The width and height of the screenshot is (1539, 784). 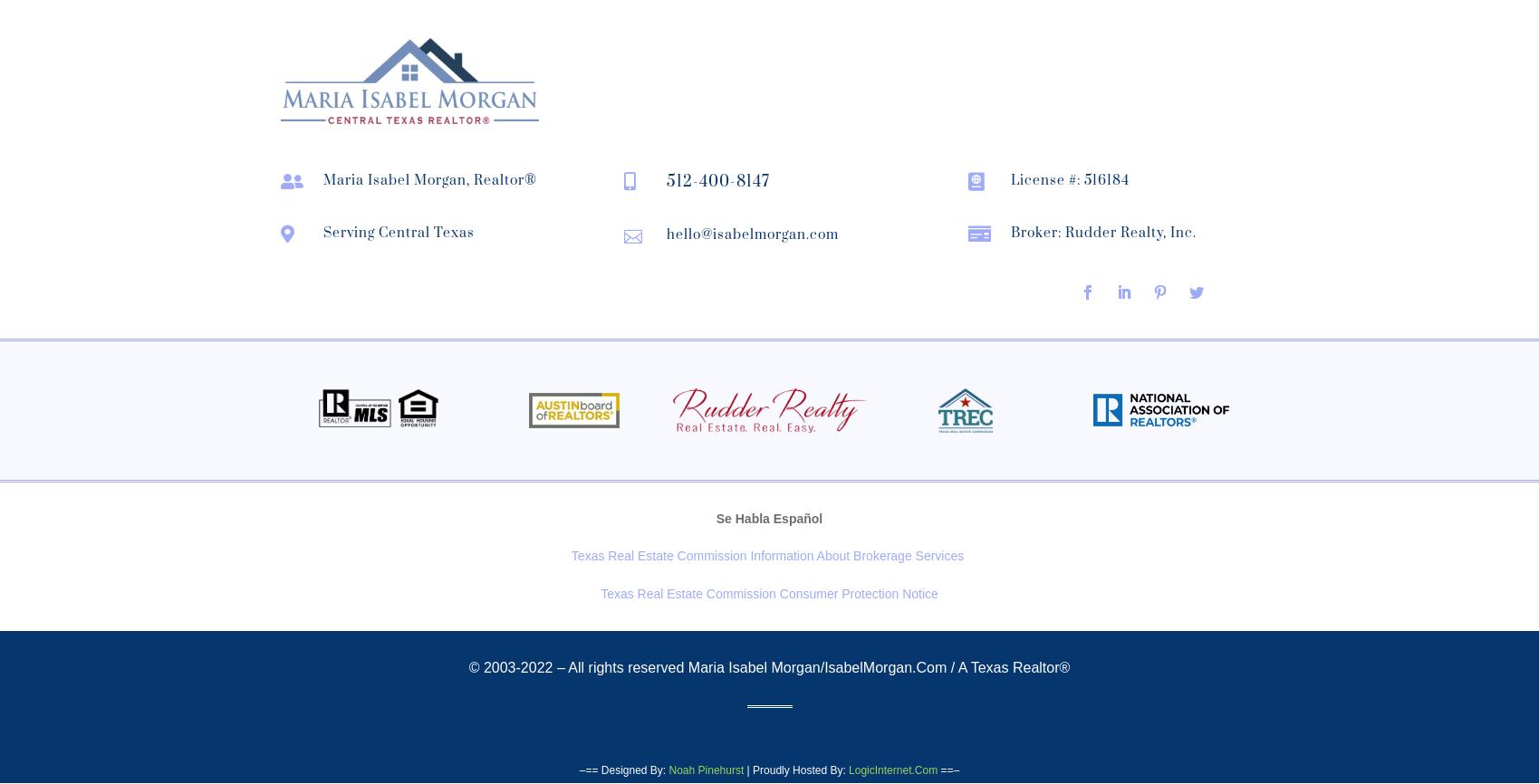 What do you see at coordinates (892, 768) in the screenshot?
I see `'LogicInternet.Com'` at bounding box center [892, 768].